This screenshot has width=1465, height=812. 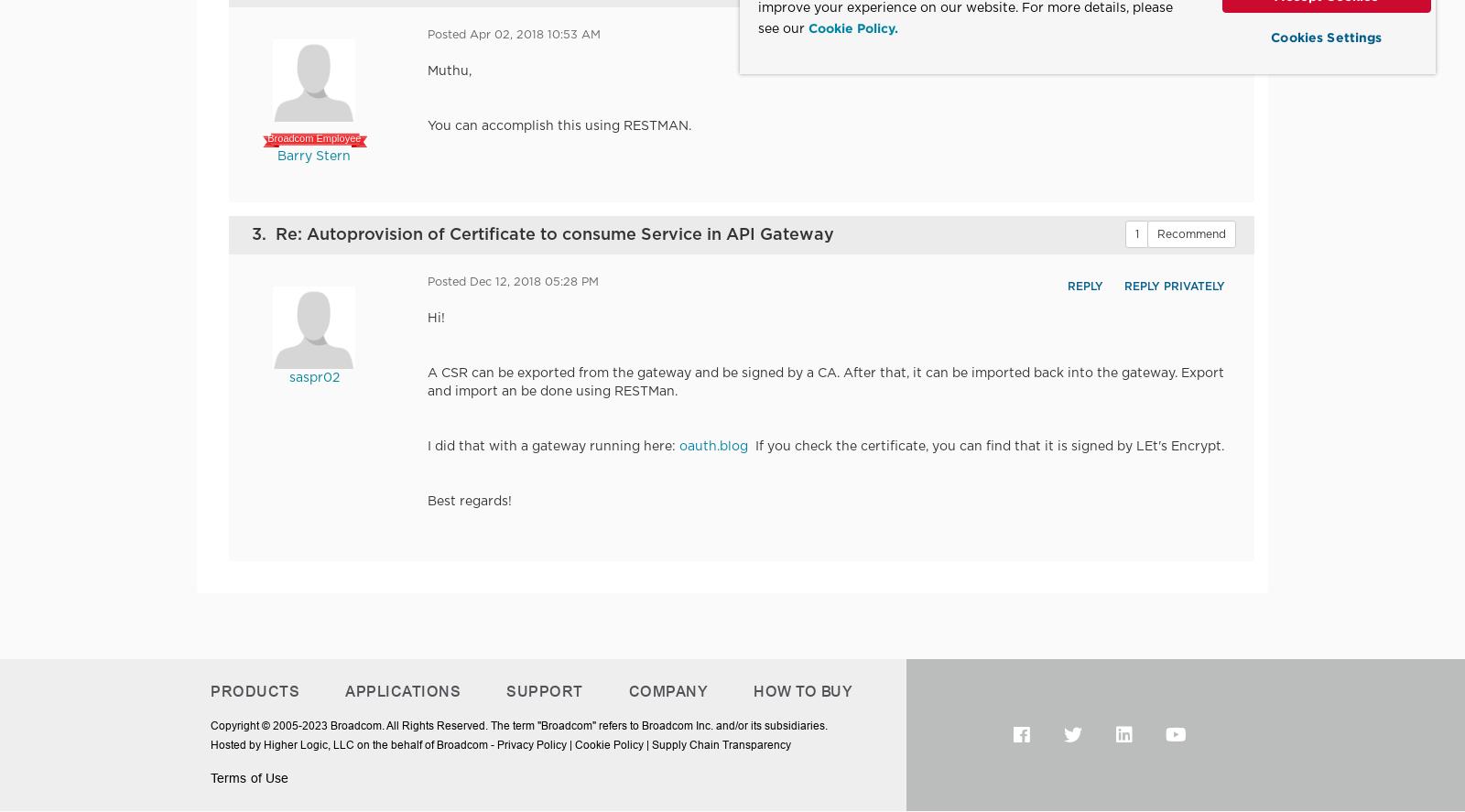 What do you see at coordinates (264, 233) in the screenshot?
I see `'3.'` at bounding box center [264, 233].